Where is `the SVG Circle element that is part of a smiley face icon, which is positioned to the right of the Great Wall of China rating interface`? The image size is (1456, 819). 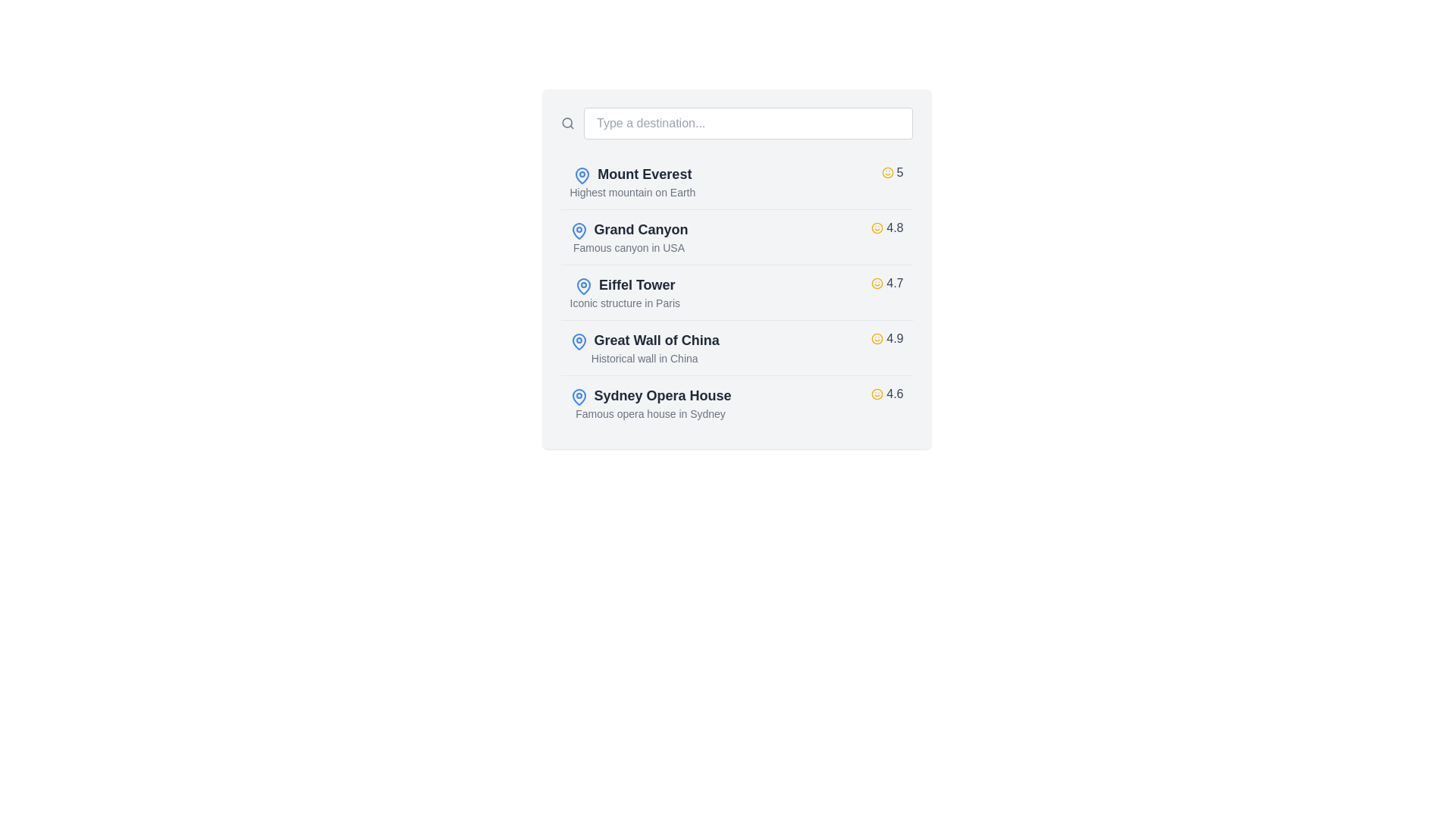 the SVG Circle element that is part of a smiley face icon, which is positioned to the right of the Great Wall of China rating interface is located at coordinates (877, 338).